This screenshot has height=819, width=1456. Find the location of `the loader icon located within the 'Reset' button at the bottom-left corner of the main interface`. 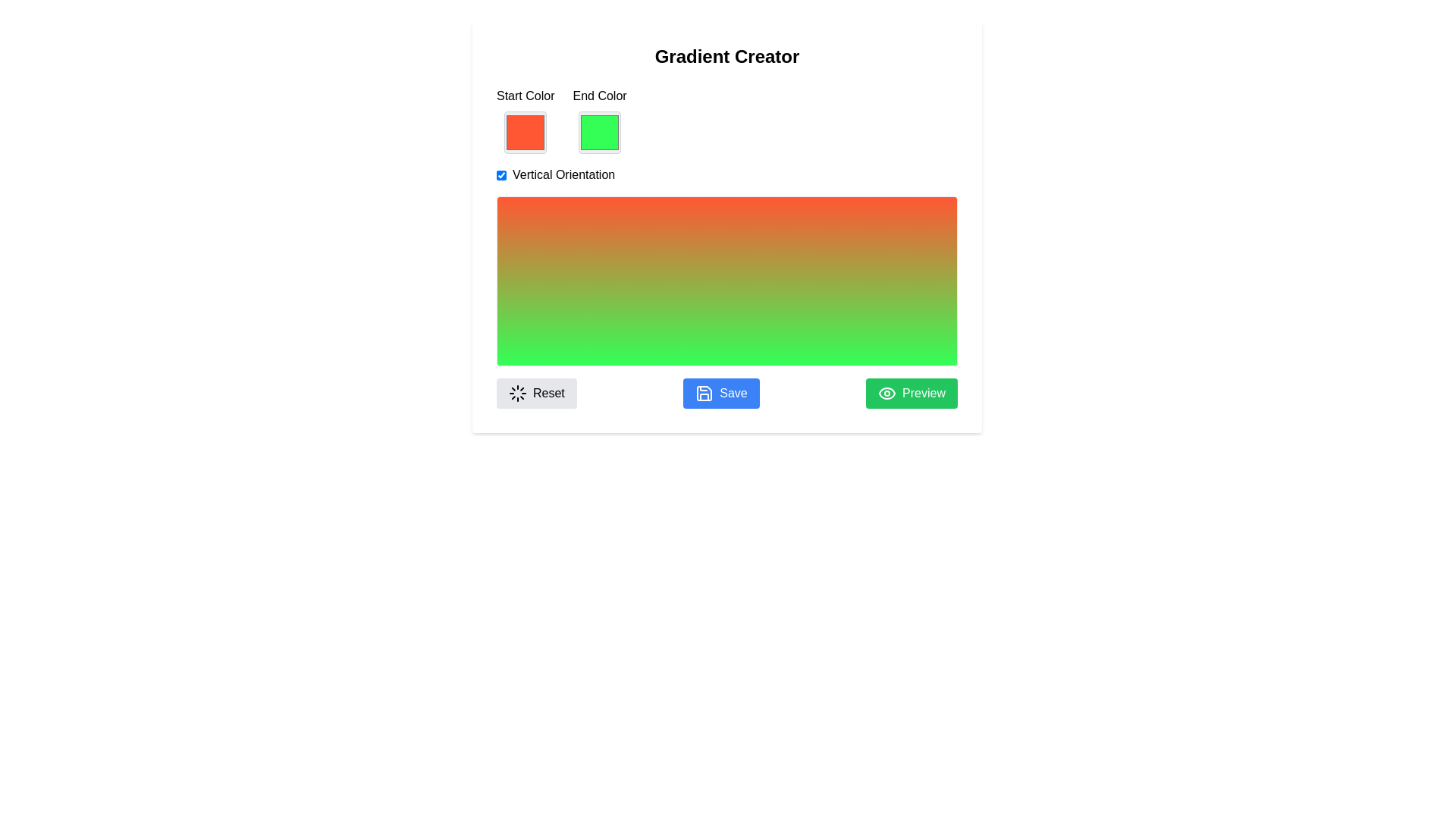

the loader icon located within the 'Reset' button at the bottom-left corner of the main interface is located at coordinates (517, 393).